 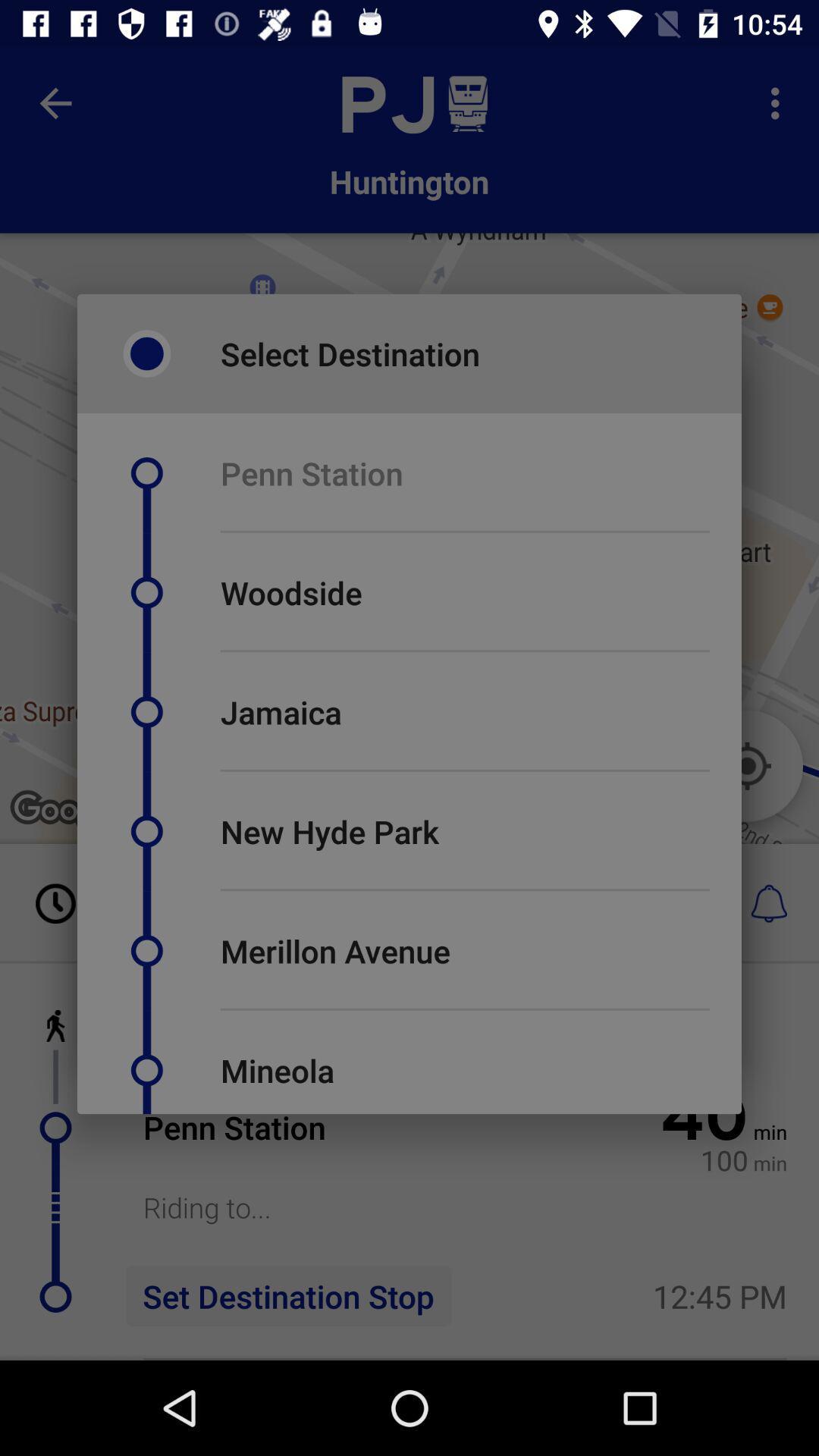 I want to click on the item below the select destination icon, so click(x=311, y=472).